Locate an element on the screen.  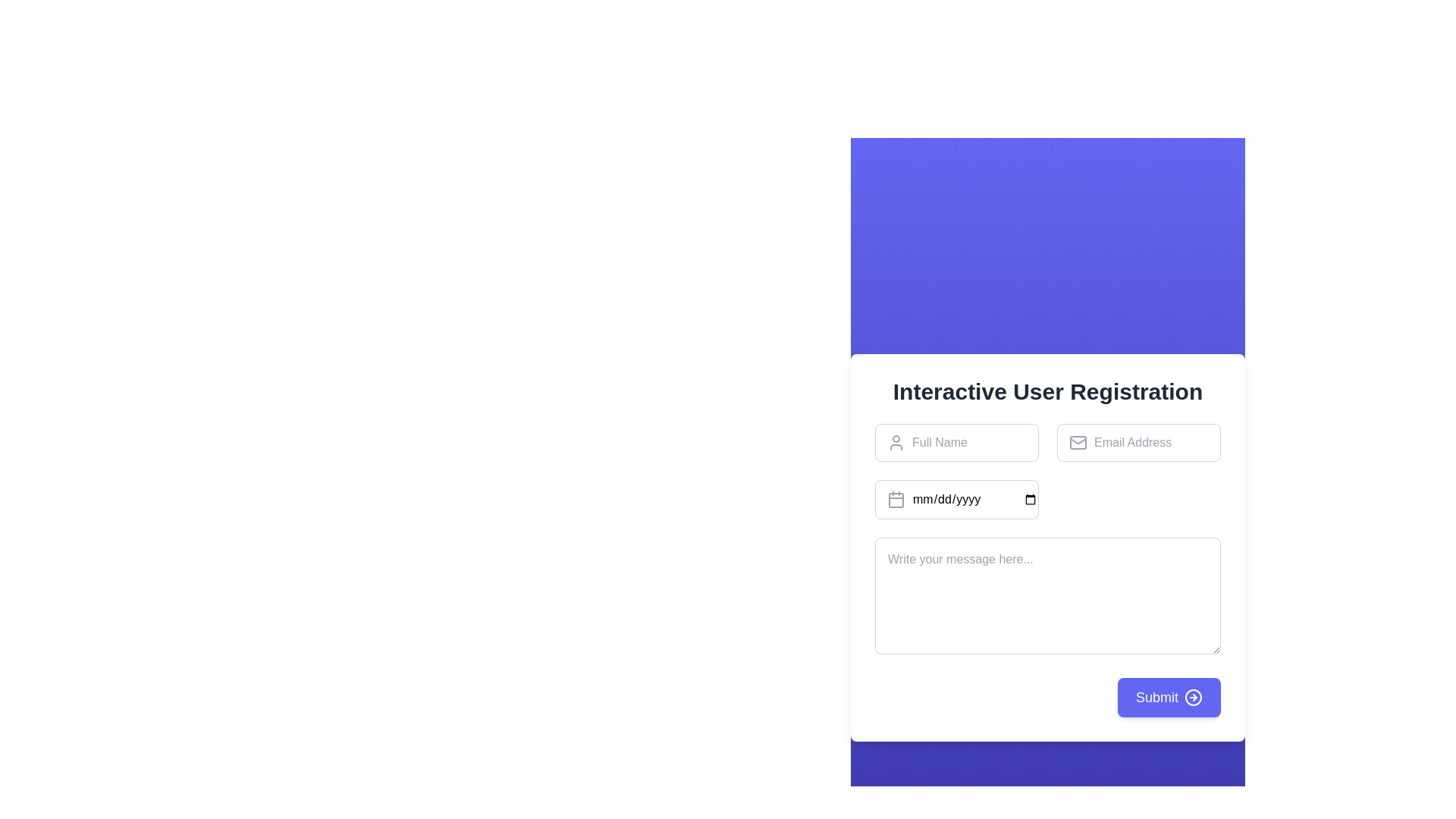
the Date Input Field to focus it, which is the third interactive element in the form located below the 'Full Name' and 'Email Address' fields is located at coordinates (956, 499).